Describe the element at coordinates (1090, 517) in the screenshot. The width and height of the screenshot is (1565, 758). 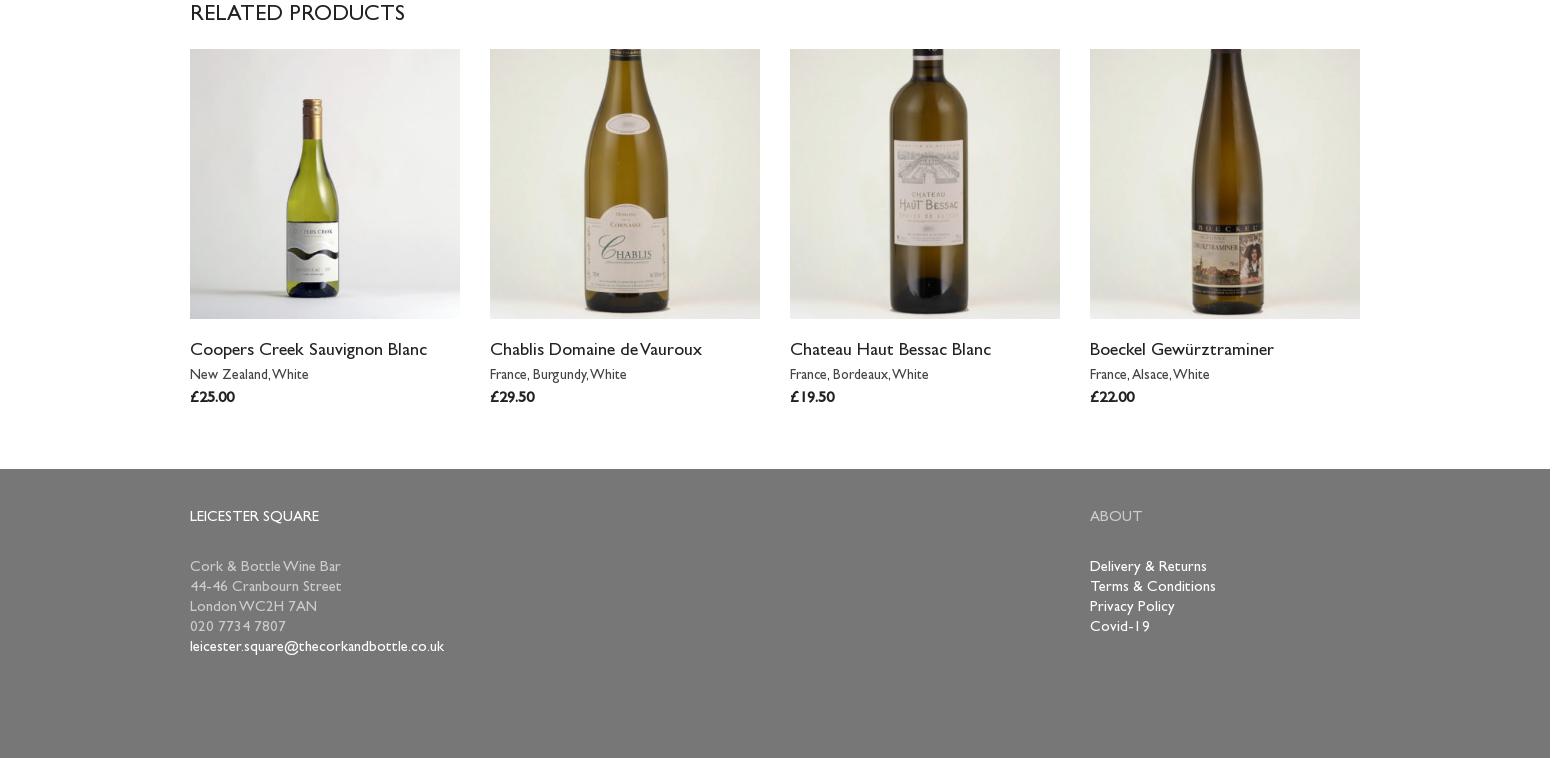
I see `'ABOUT'` at that location.